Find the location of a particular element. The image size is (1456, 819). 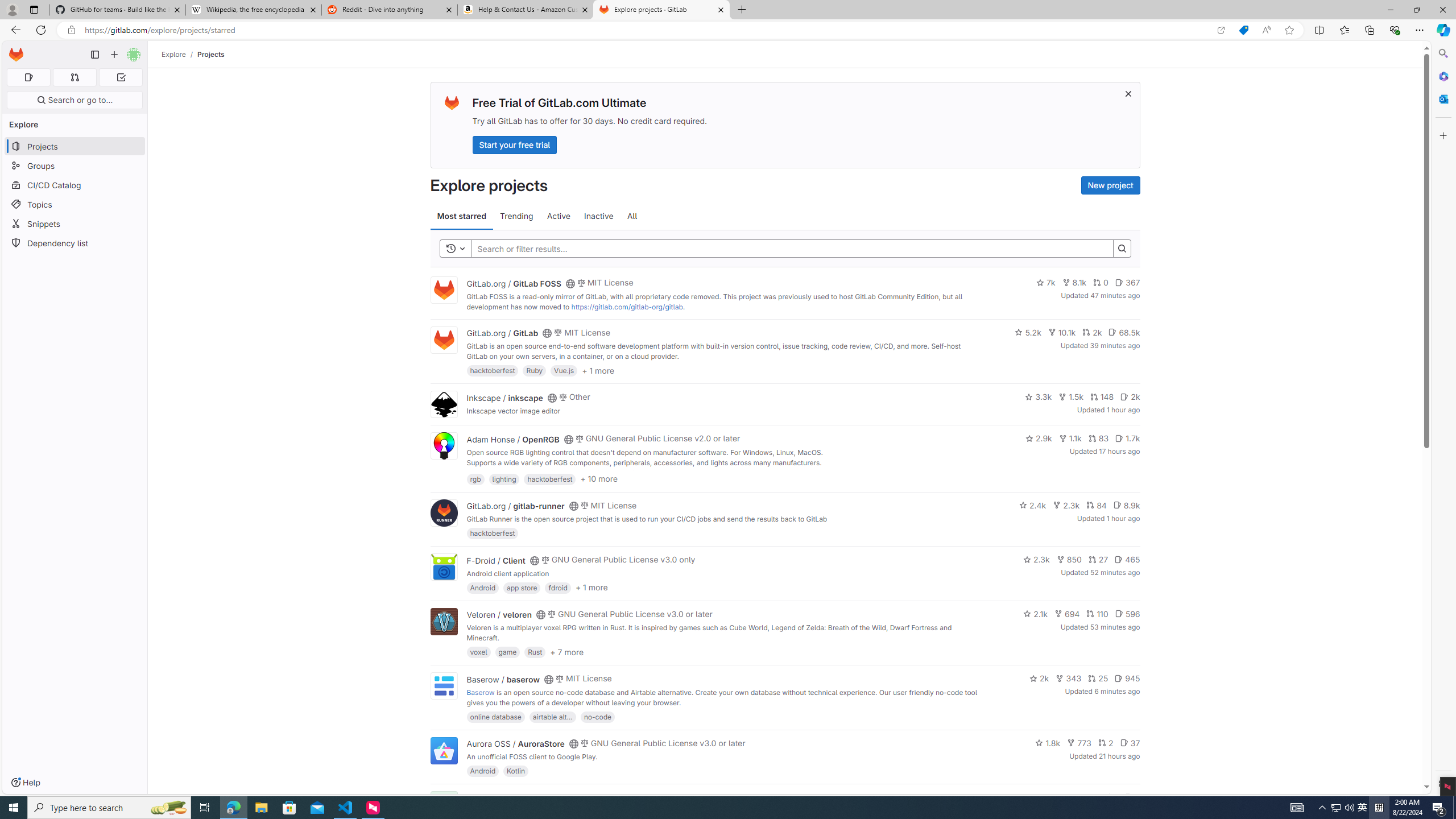

'Rust' is located at coordinates (535, 651).